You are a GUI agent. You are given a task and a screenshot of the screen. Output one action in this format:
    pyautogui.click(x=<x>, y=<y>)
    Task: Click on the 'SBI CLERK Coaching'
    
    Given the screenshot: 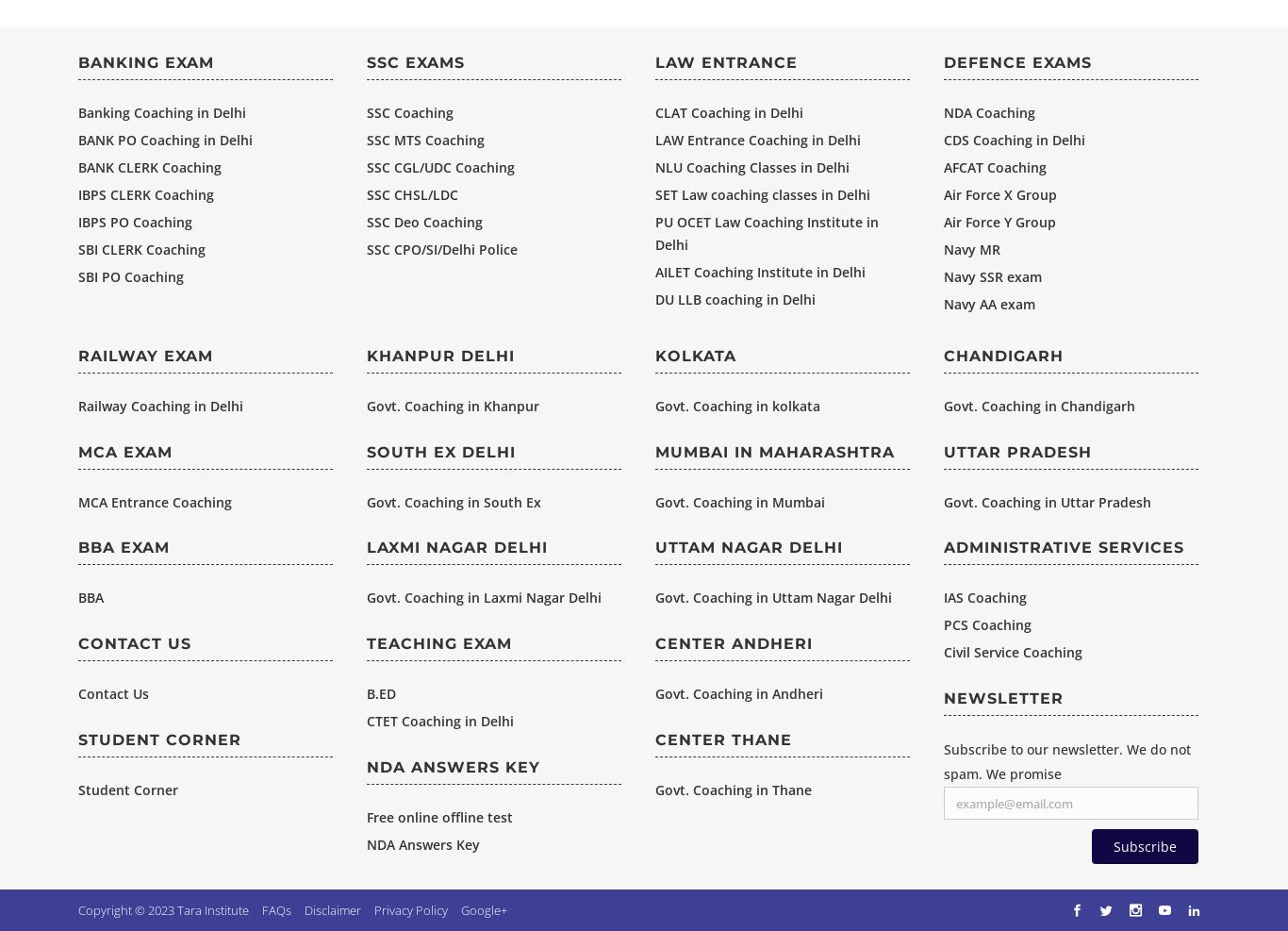 What is the action you would take?
    pyautogui.click(x=140, y=248)
    